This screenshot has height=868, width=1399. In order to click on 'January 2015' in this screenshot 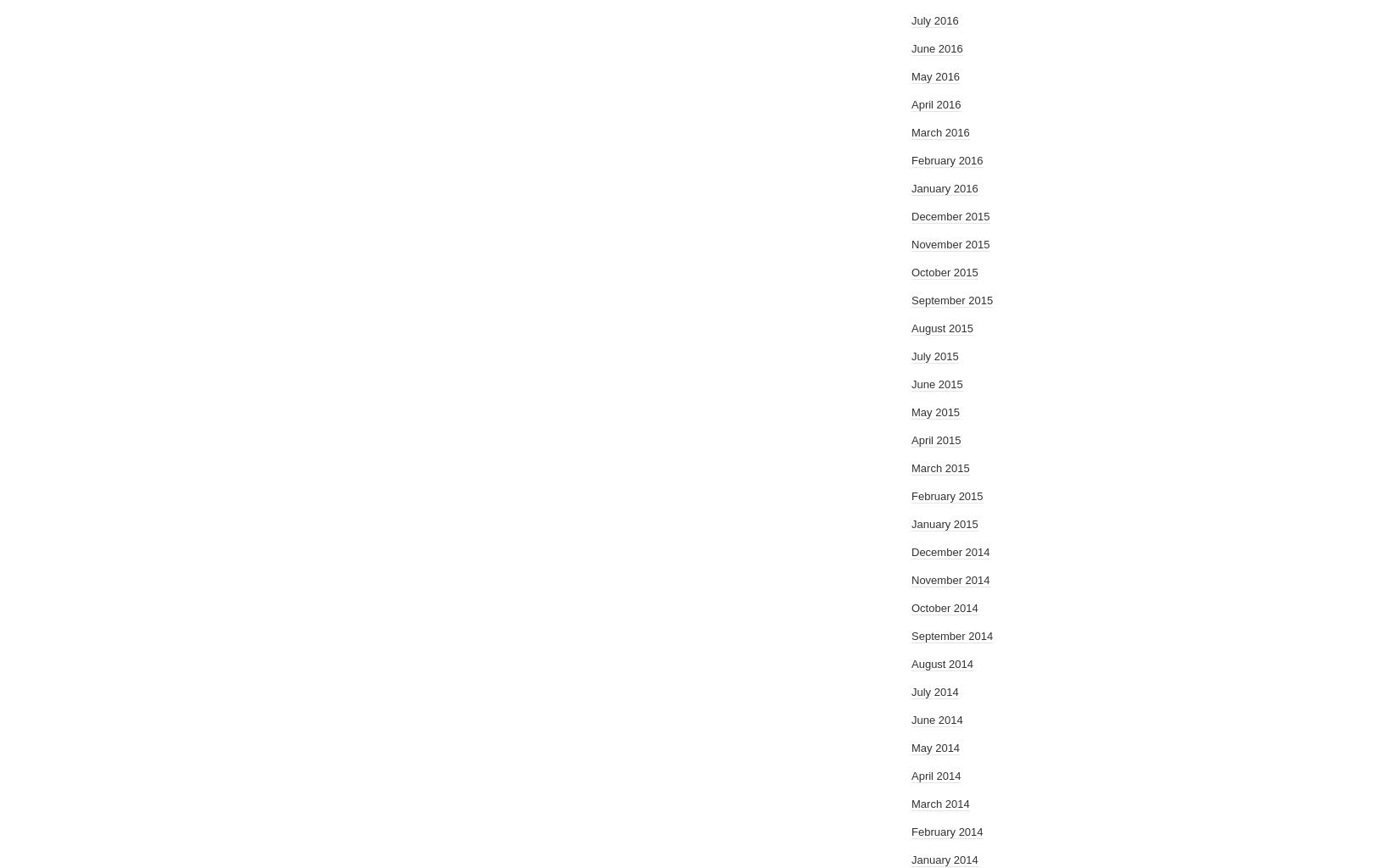, I will do `click(911, 524)`.